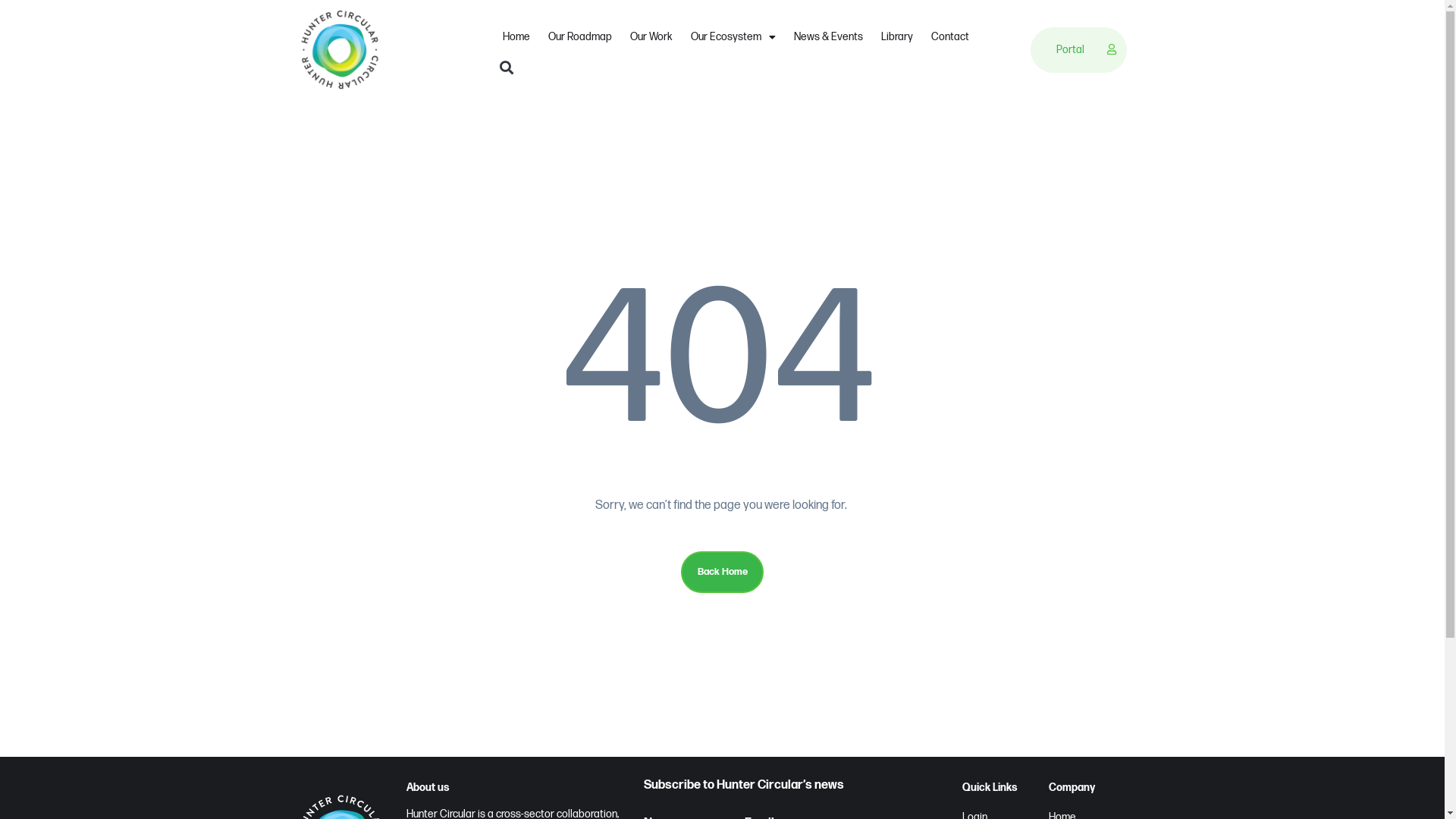 This screenshot has width=1456, height=819. I want to click on 'Home', so click(516, 36).